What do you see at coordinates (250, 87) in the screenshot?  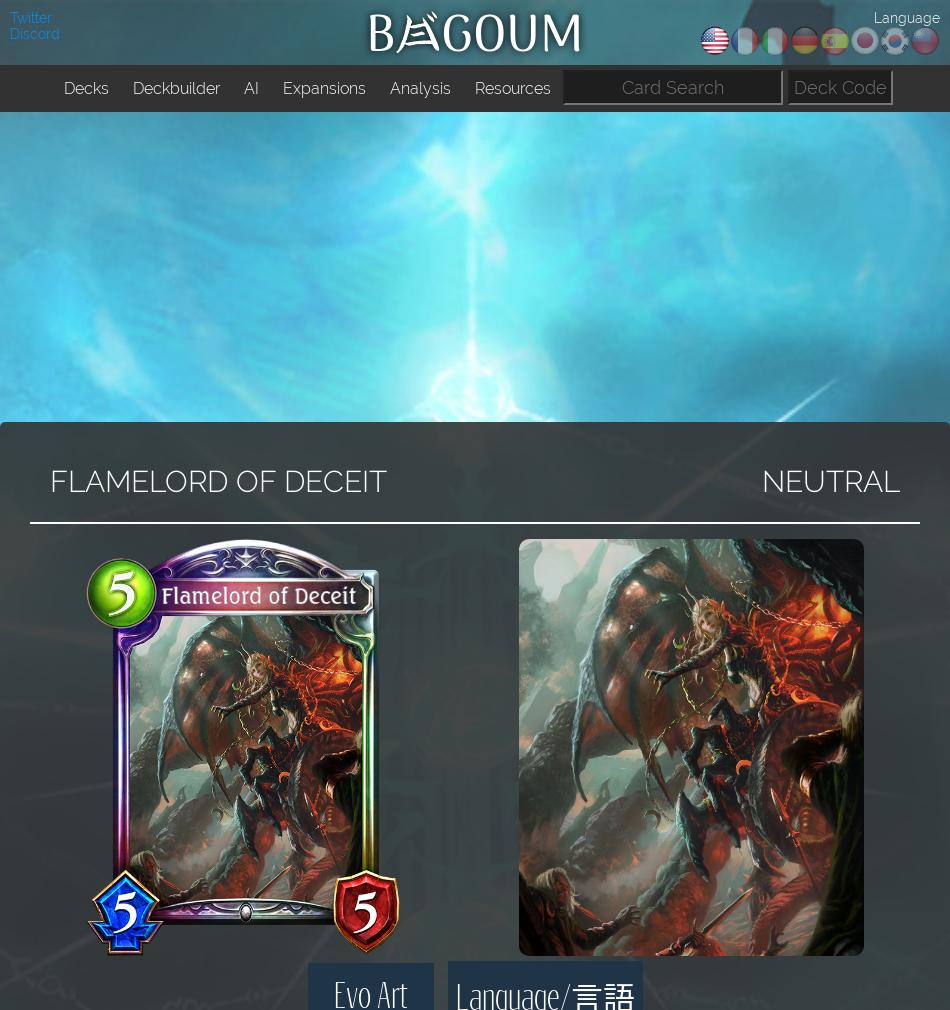 I see `'AI'` at bounding box center [250, 87].